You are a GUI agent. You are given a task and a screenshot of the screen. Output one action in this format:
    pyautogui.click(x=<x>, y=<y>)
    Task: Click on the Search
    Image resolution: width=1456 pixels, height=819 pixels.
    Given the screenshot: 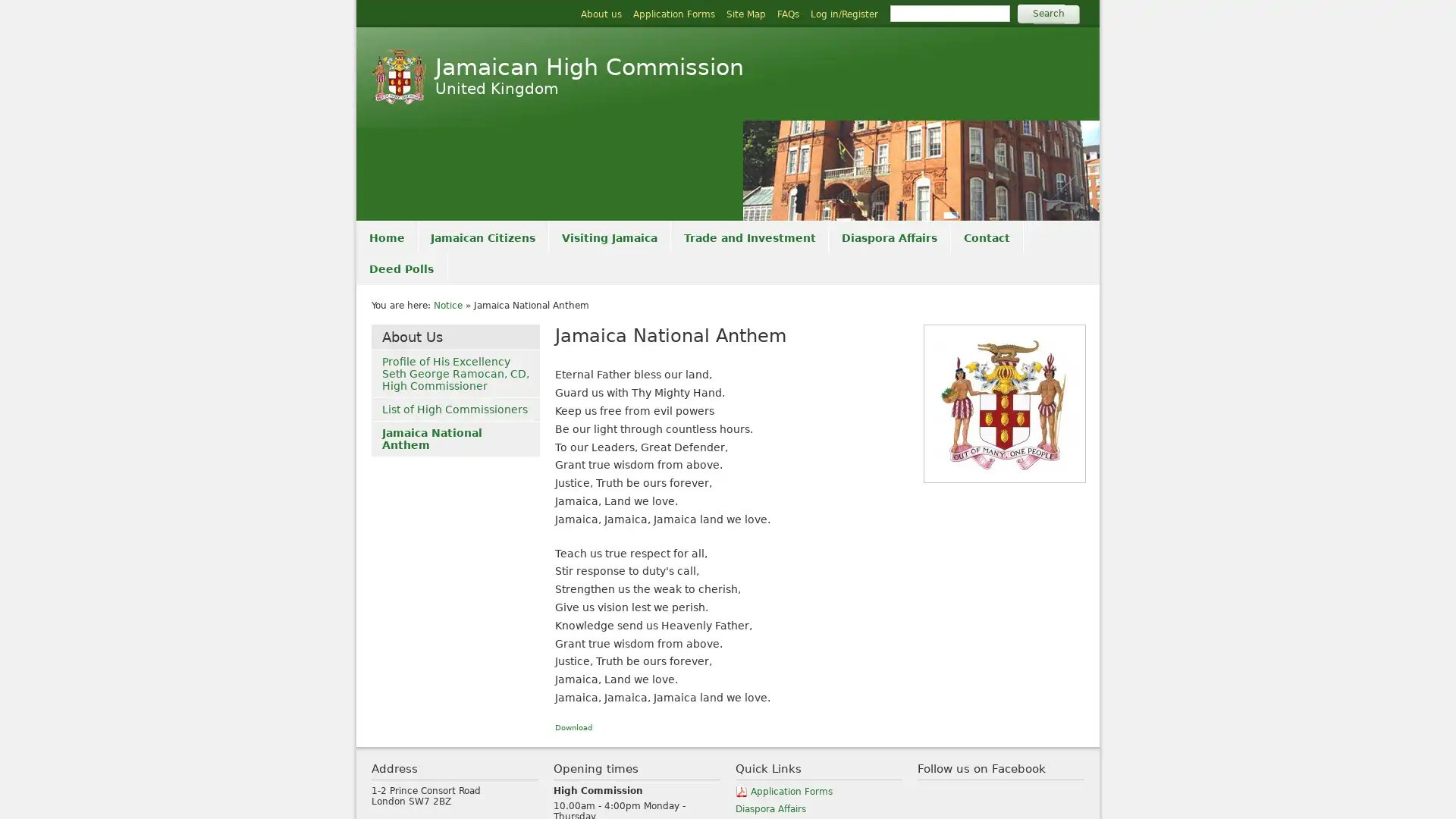 What is the action you would take?
    pyautogui.click(x=1047, y=14)
    